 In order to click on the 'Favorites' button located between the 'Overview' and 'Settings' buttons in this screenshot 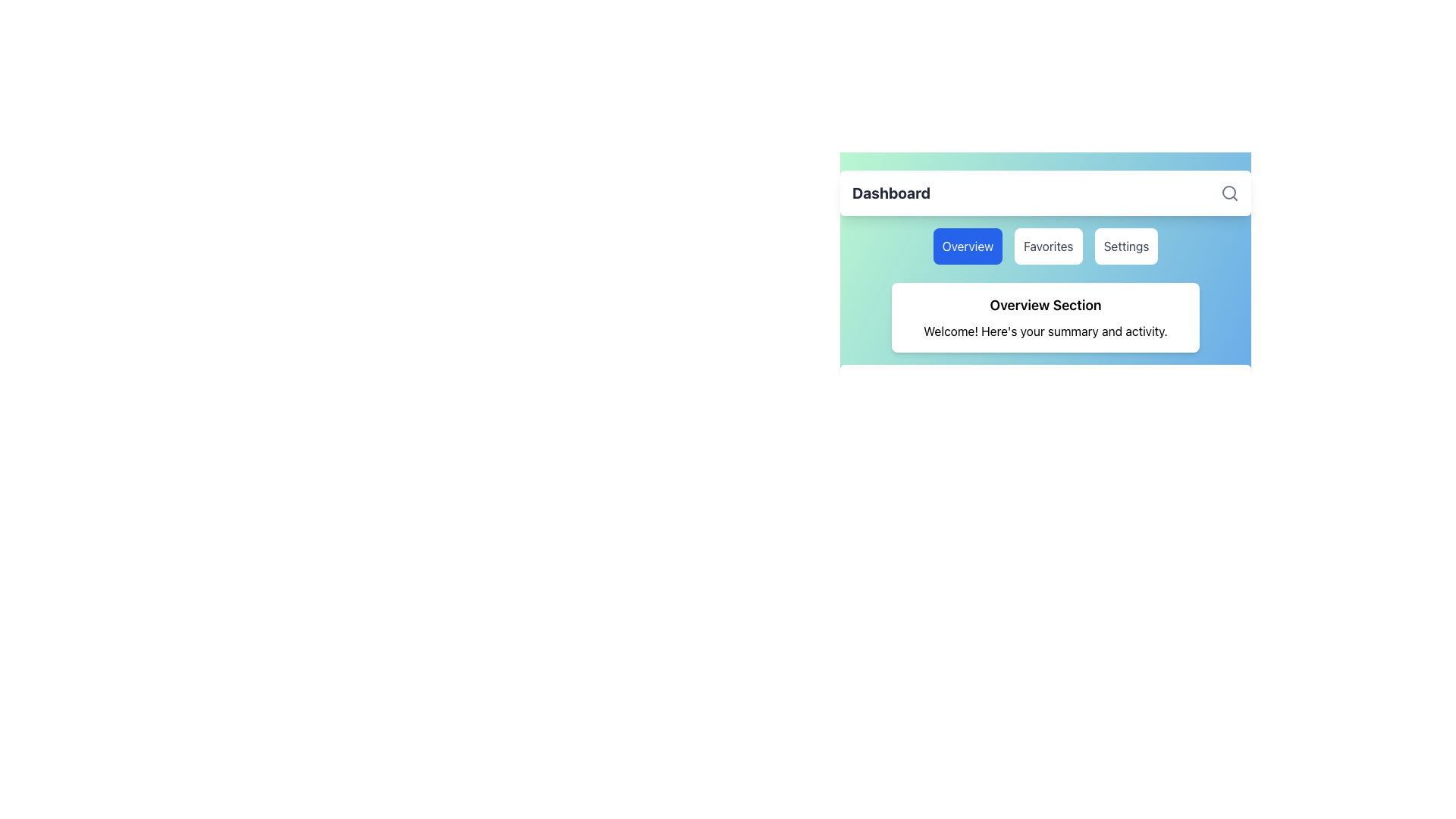, I will do `click(1044, 253)`.